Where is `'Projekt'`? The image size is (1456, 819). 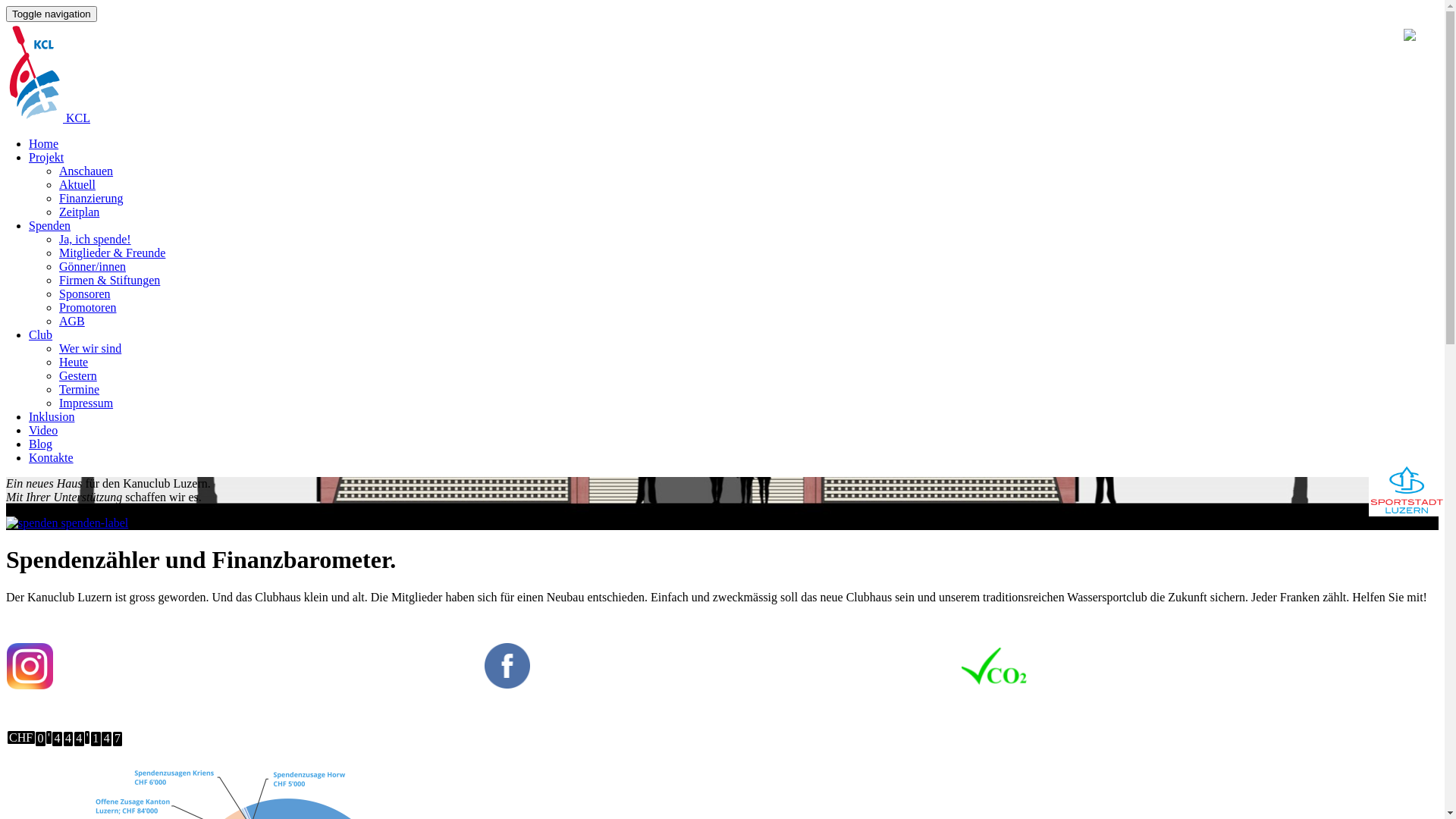
'Projekt' is located at coordinates (46, 157).